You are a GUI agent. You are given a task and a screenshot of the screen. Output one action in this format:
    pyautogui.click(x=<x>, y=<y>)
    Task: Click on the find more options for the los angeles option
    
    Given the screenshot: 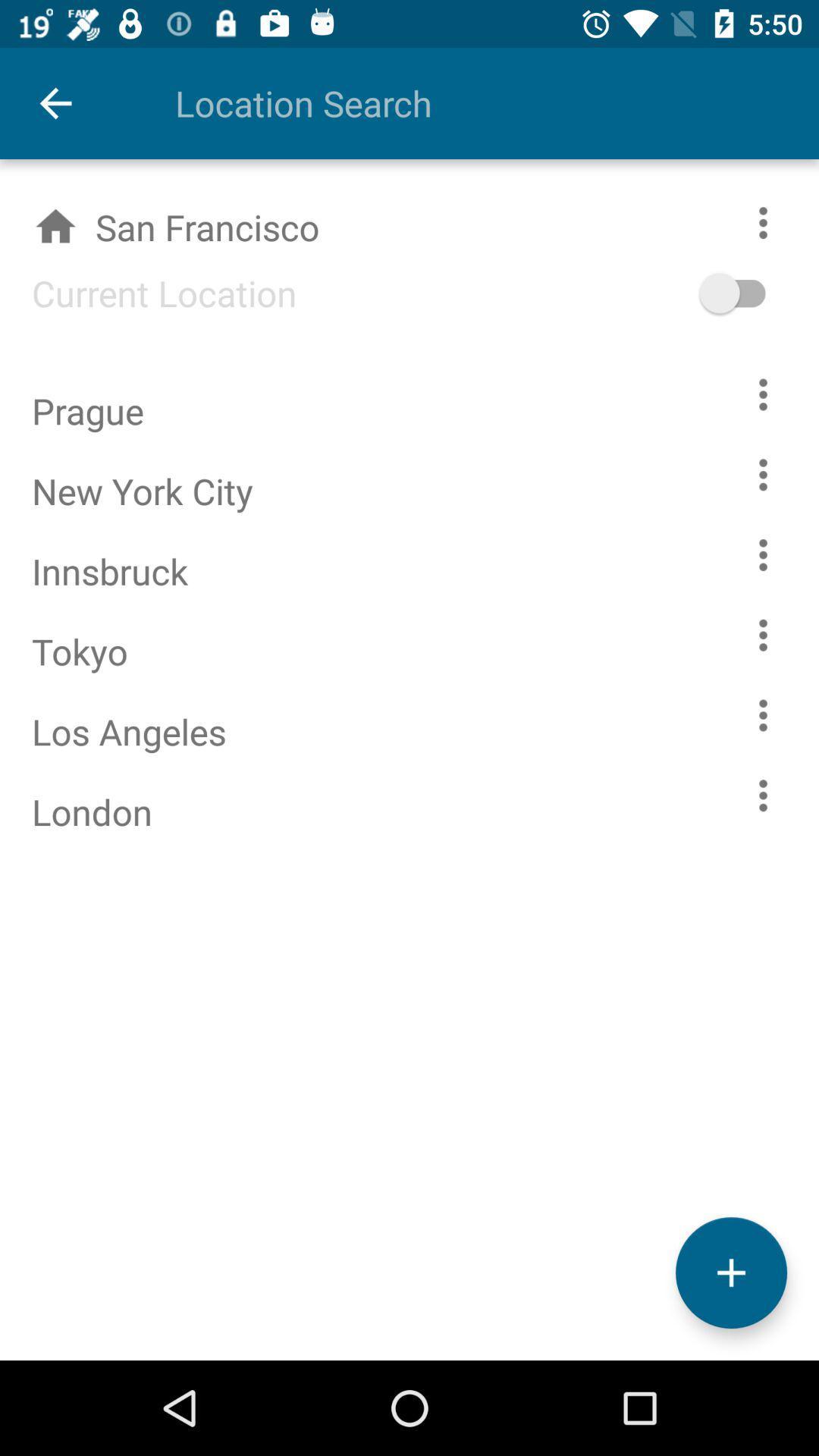 What is the action you would take?
    pyautogui.click(x=763, y=714)
    